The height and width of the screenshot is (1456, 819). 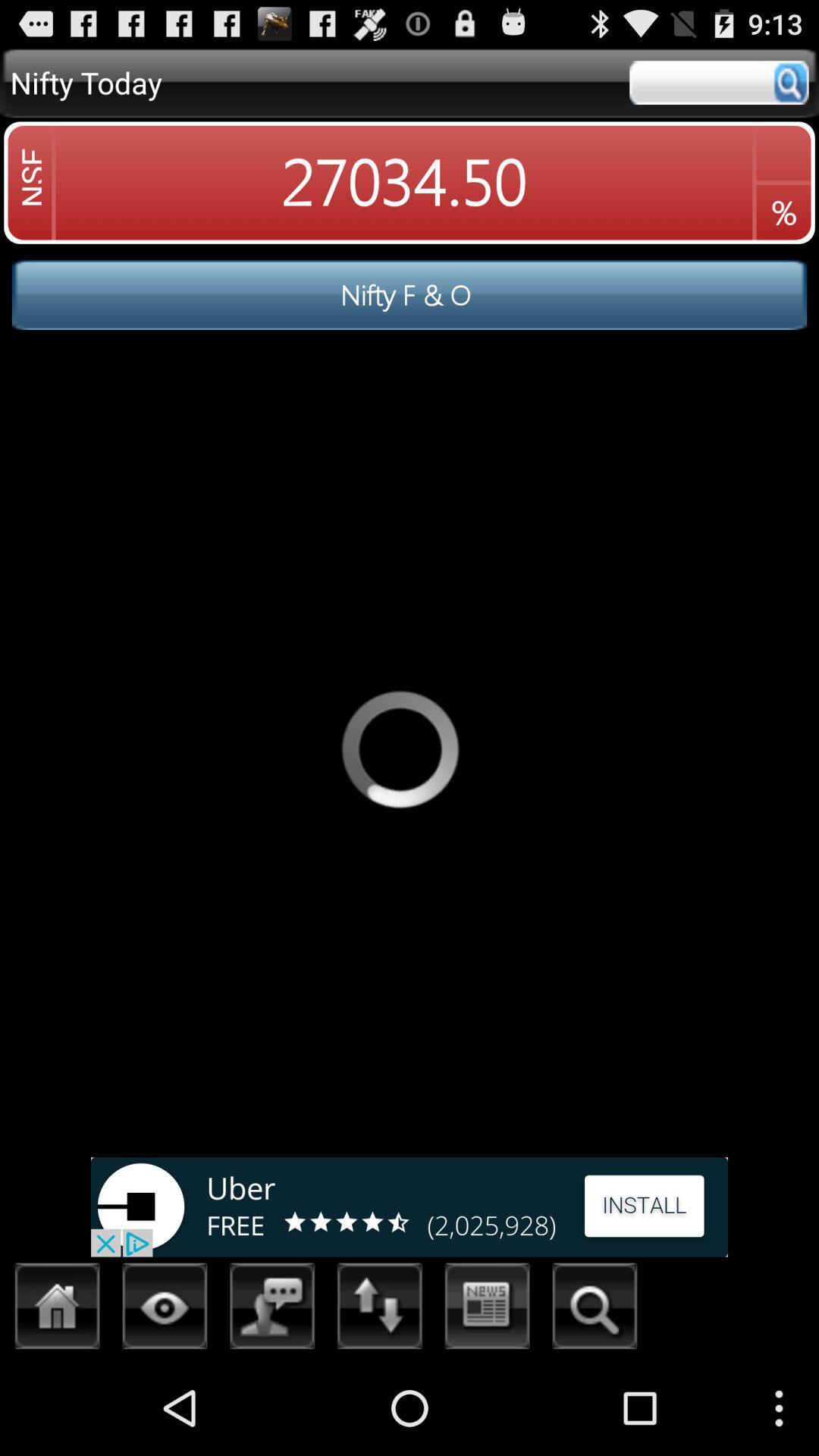 I want to click on the search icon, so click(x=594, y=1401).